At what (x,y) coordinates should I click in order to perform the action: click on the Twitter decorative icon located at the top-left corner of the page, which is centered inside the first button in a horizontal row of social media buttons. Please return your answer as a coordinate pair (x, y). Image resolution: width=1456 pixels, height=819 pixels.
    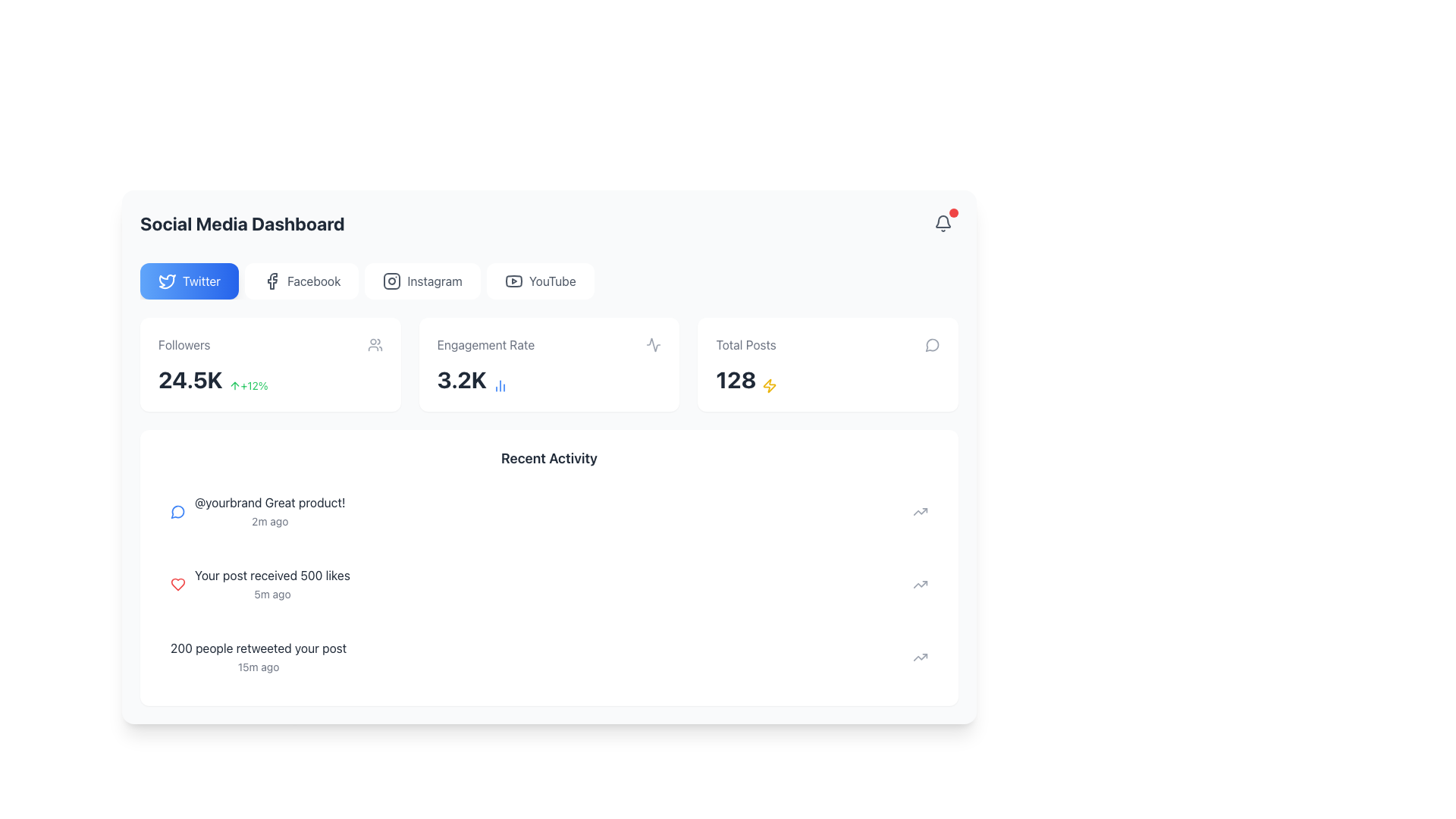
    Looking at the image, I should click on (167, 281).